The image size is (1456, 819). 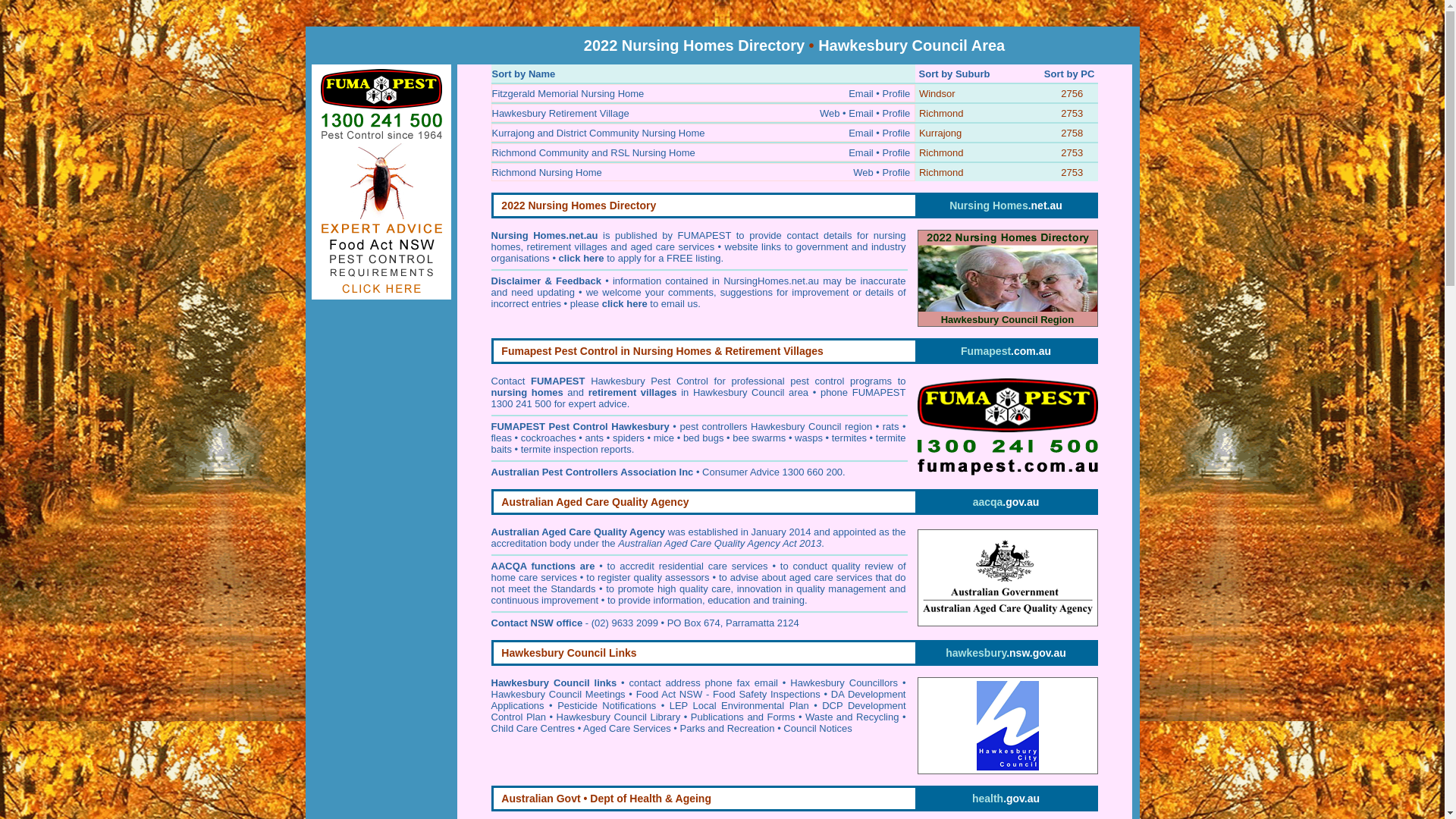 I want to click on 'Windsor', so click(x=937, y=93).